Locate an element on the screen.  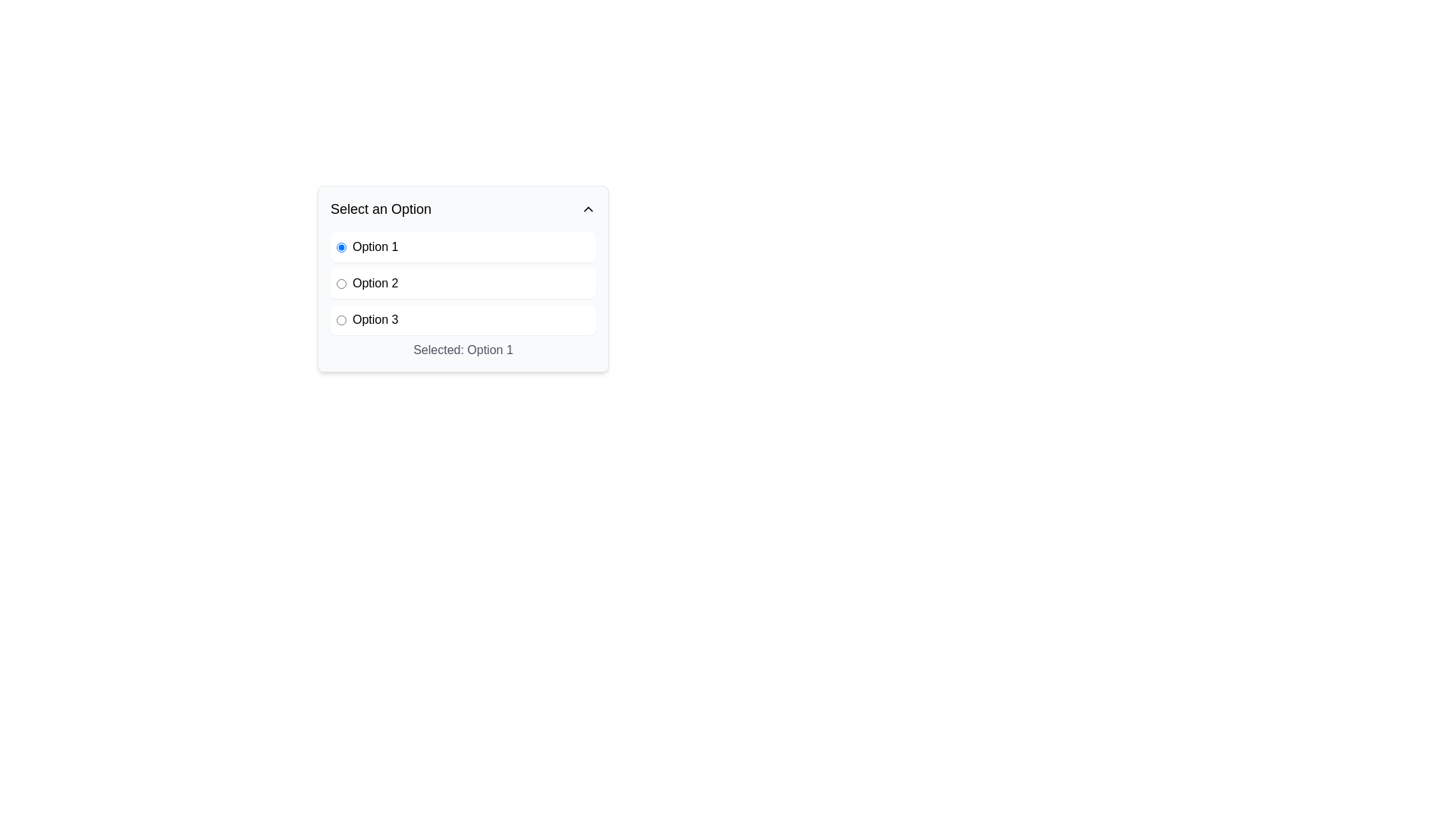
the second radio button labeled 'Option 2' is located at coordinates (340, 284).